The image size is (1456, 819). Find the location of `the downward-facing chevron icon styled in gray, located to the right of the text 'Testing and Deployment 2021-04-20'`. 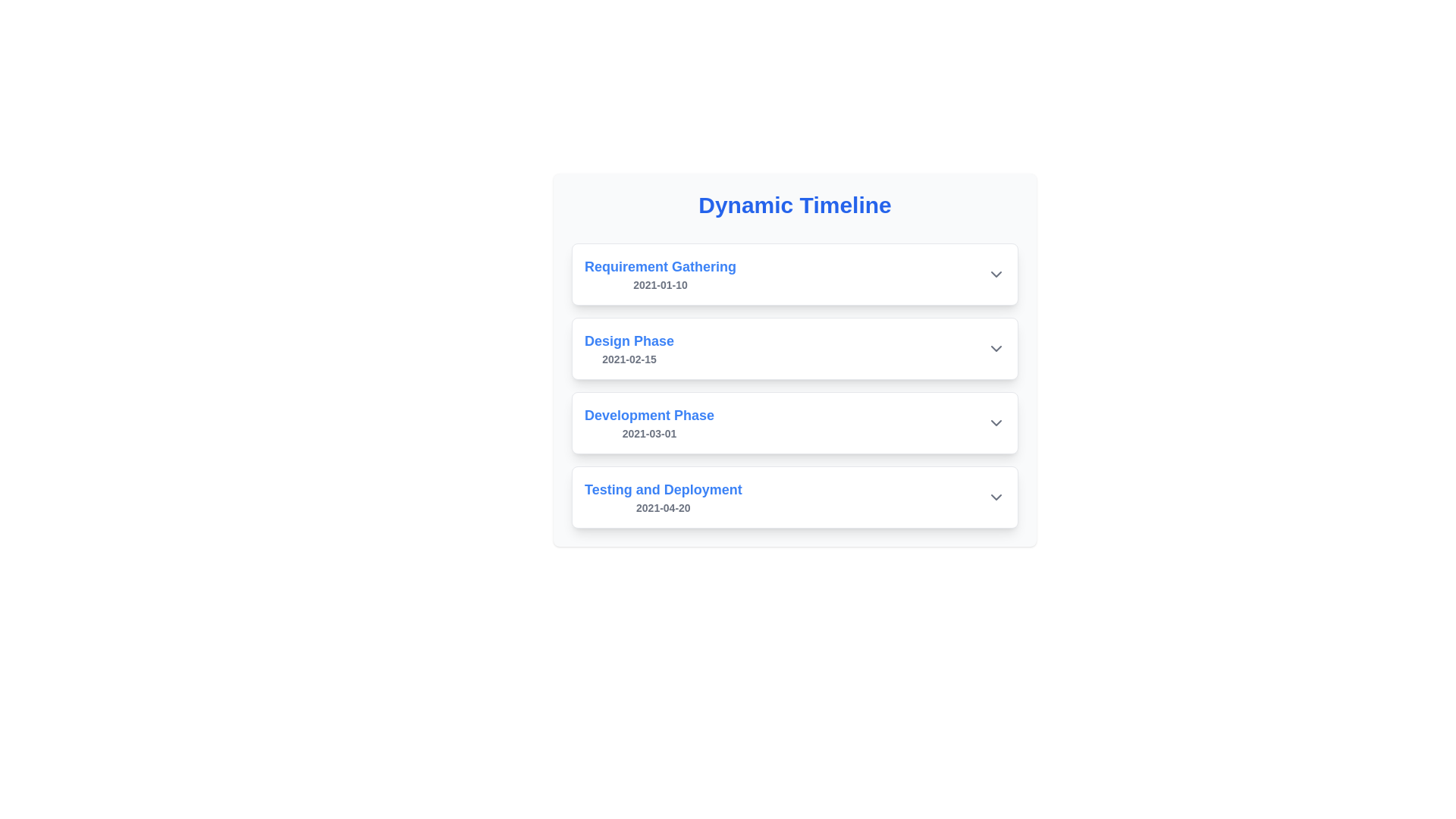

the downward-facing chevron icon styled in gray, located to the right of the text 'Testing and Deployment 2021-04-20' is located at coordinates (996, 497).